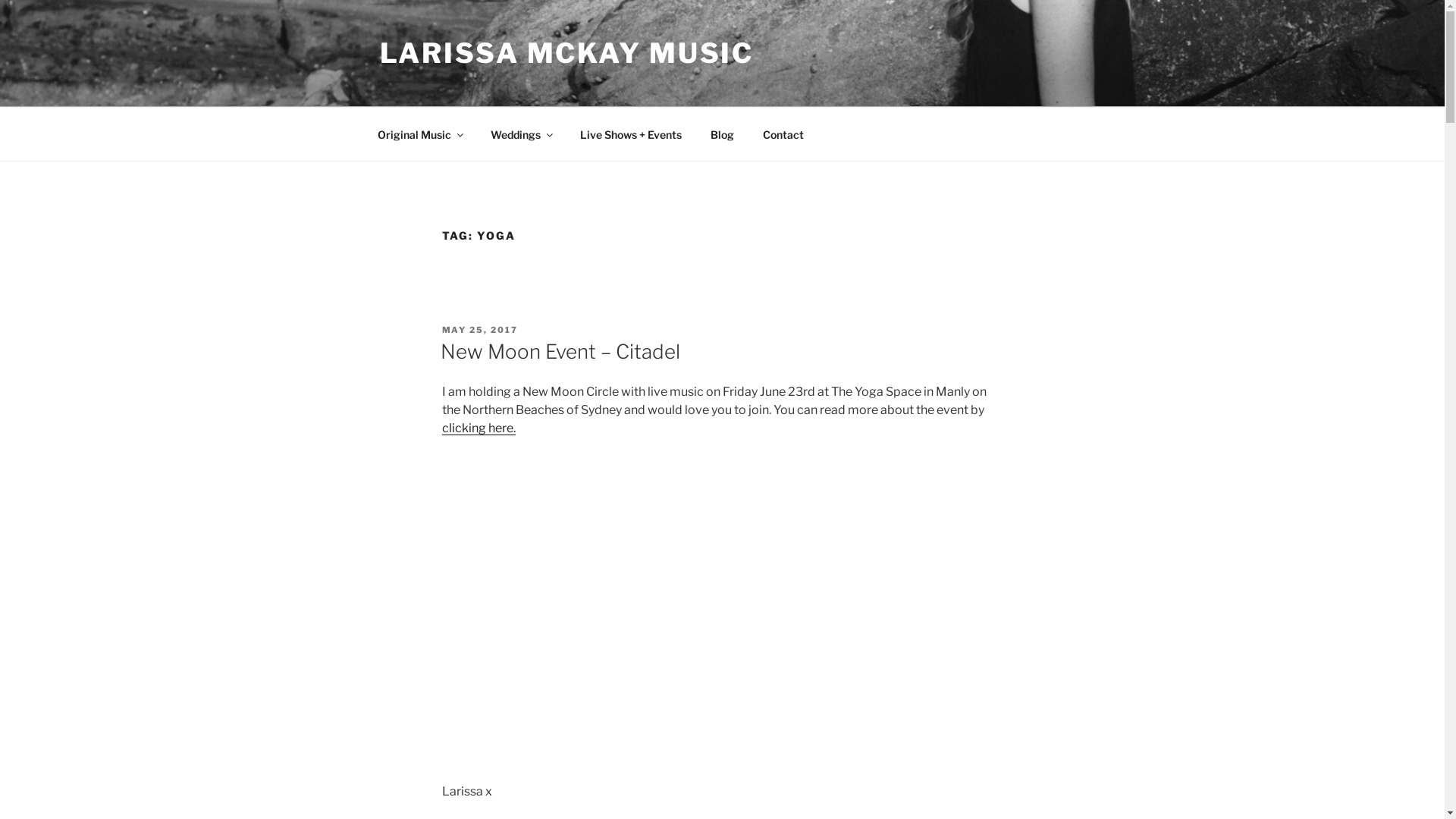 This screenshot has width=1456, height=819. What do you see at coordinates (722, 133) in the screenshot?
I see `'Blog'` at bounding box center [722, 133].